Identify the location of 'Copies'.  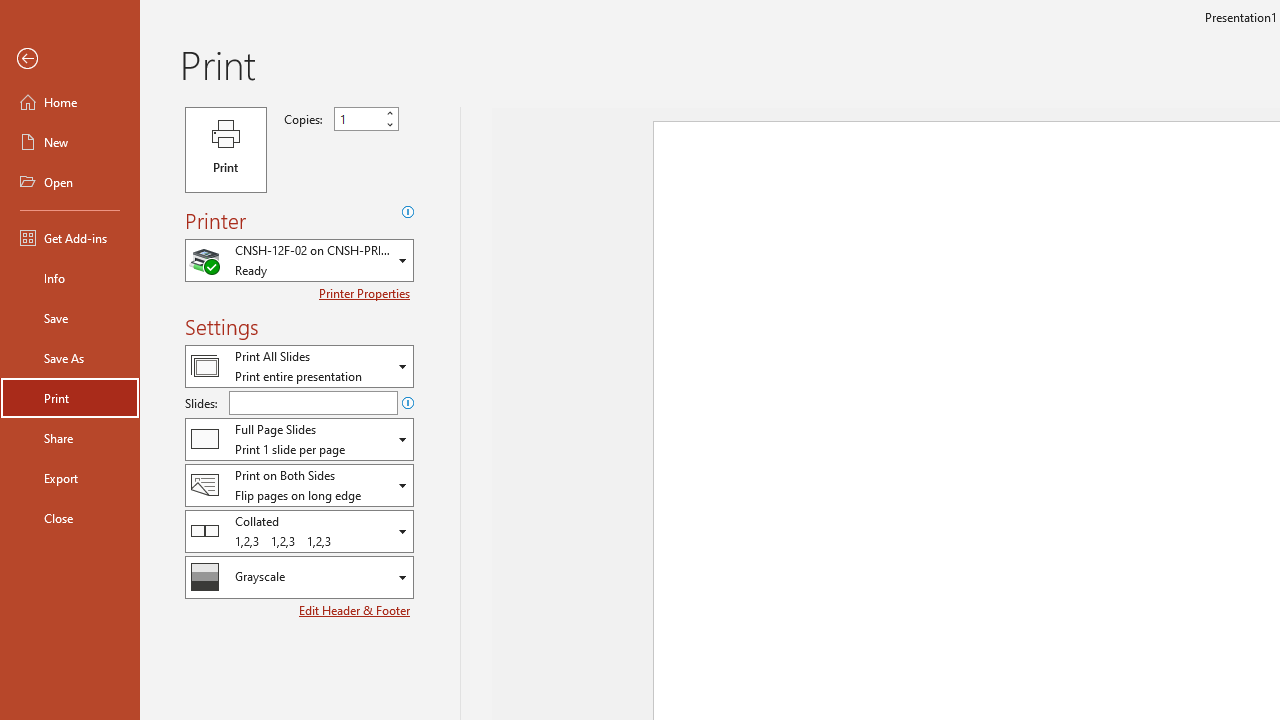
(358, 119).